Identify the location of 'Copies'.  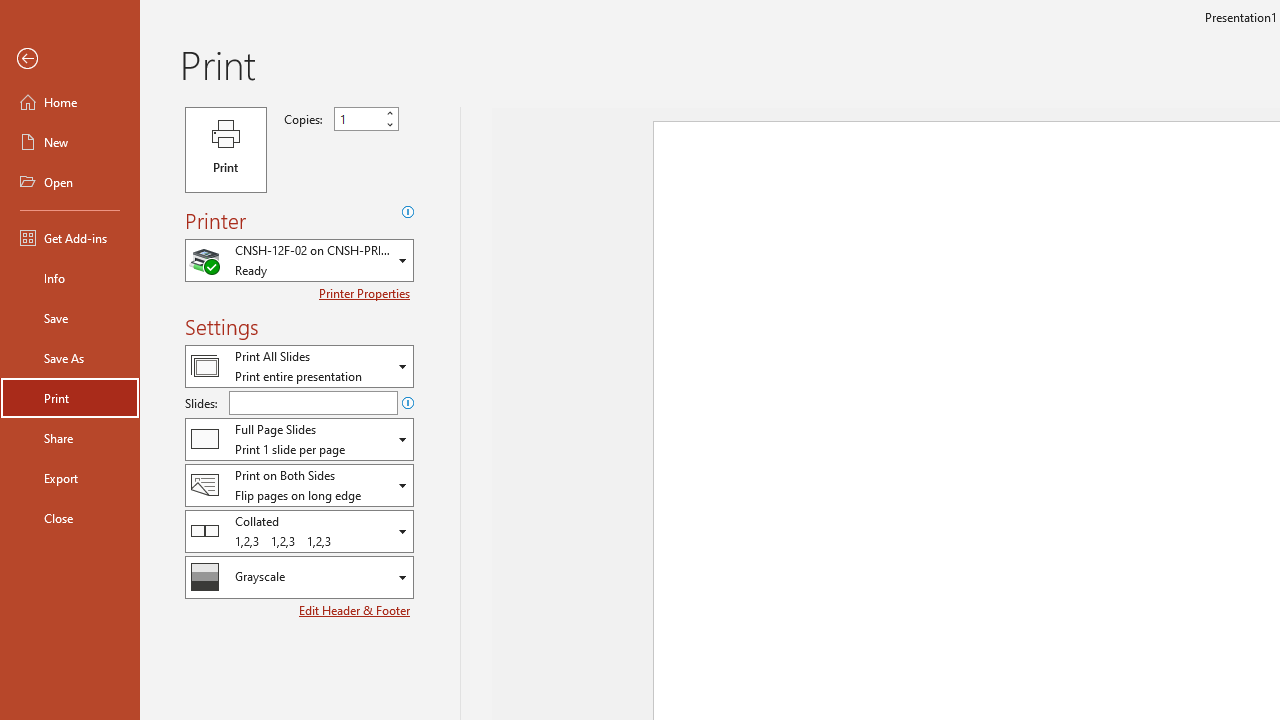
(358, 119).